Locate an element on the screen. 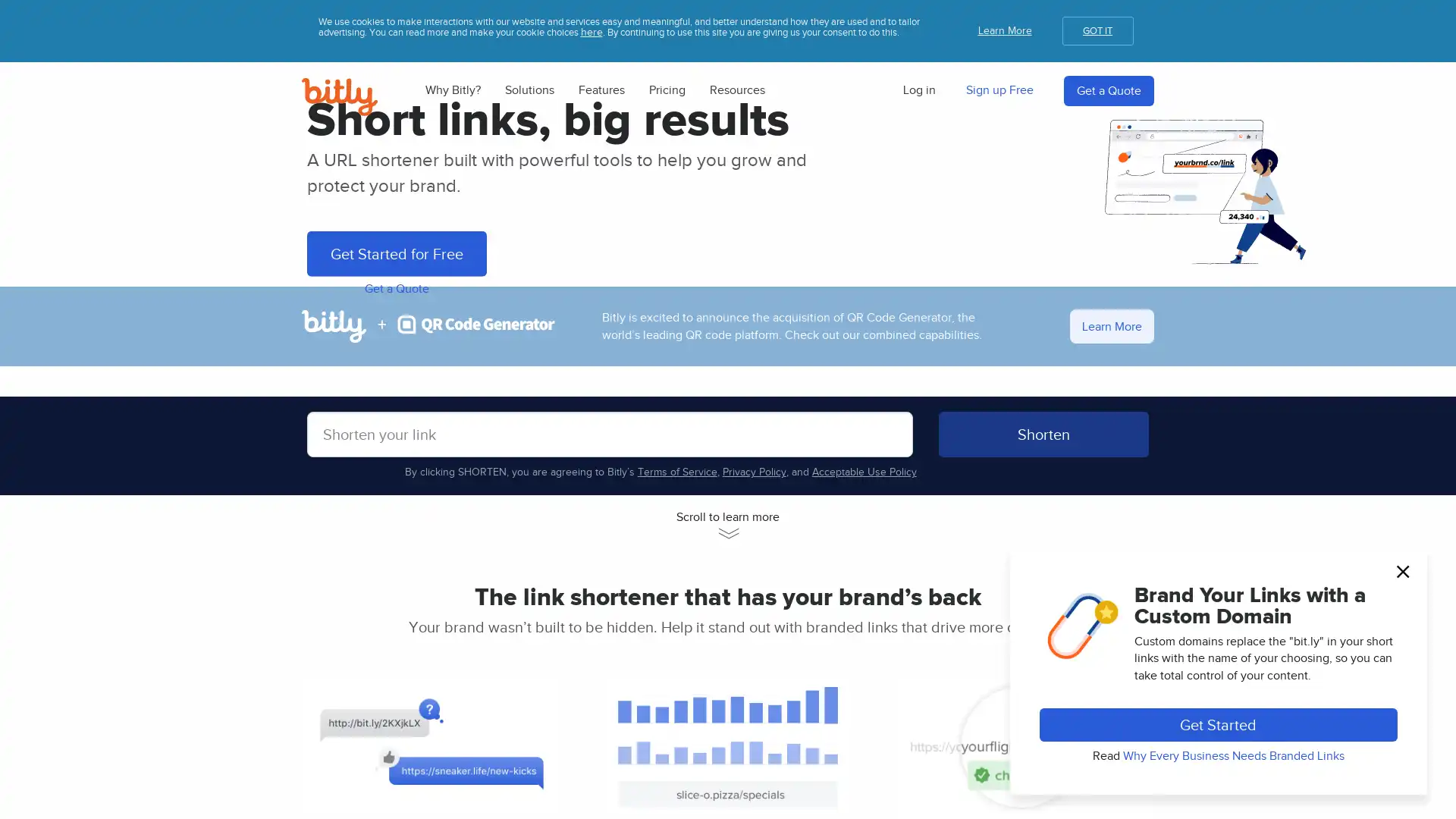  Shorten is located at coordinates (1043, 699).